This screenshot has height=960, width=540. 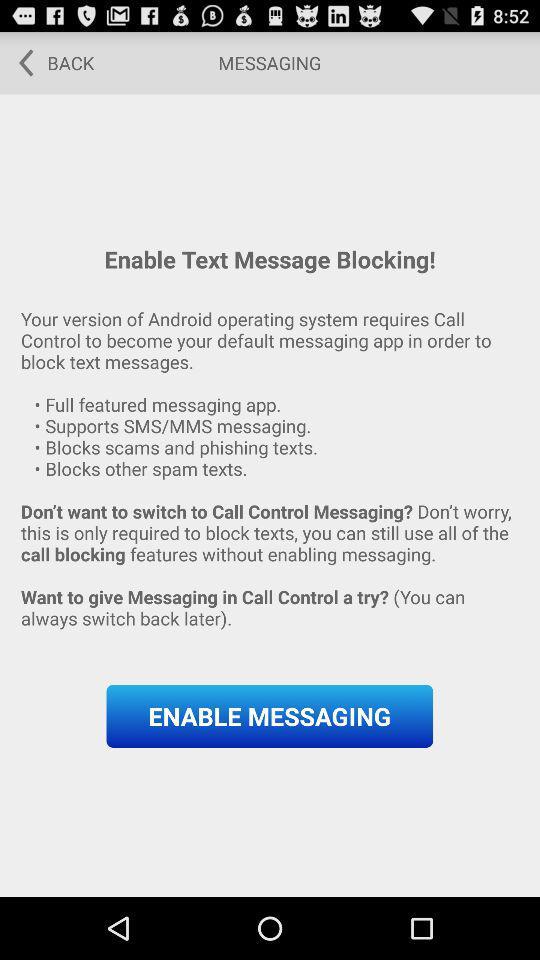 What do you see at coordinates (269, 716) in the screenshot?
I see `app below the your version of icon` at bounding box center [269, 716].